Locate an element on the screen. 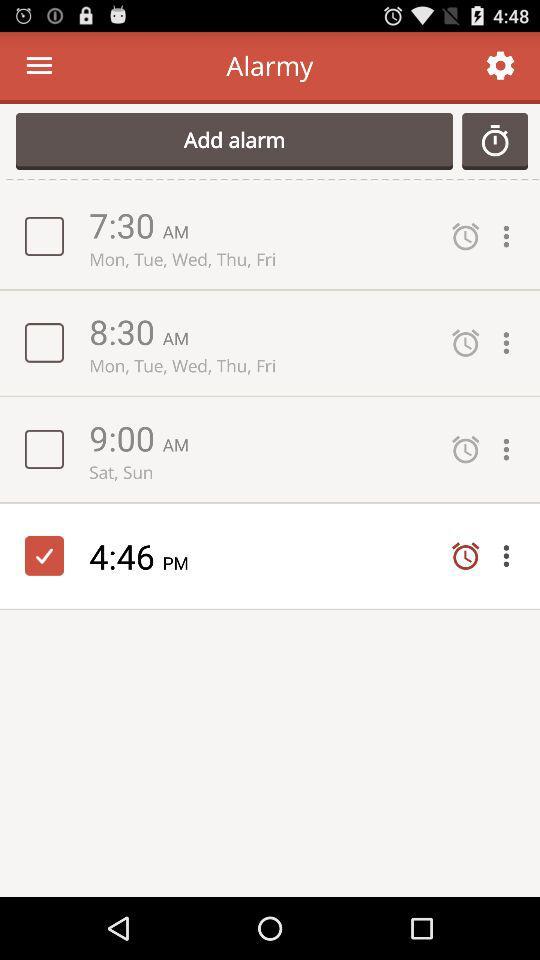  item above sat, sun app is located at coordinates (125, 437).